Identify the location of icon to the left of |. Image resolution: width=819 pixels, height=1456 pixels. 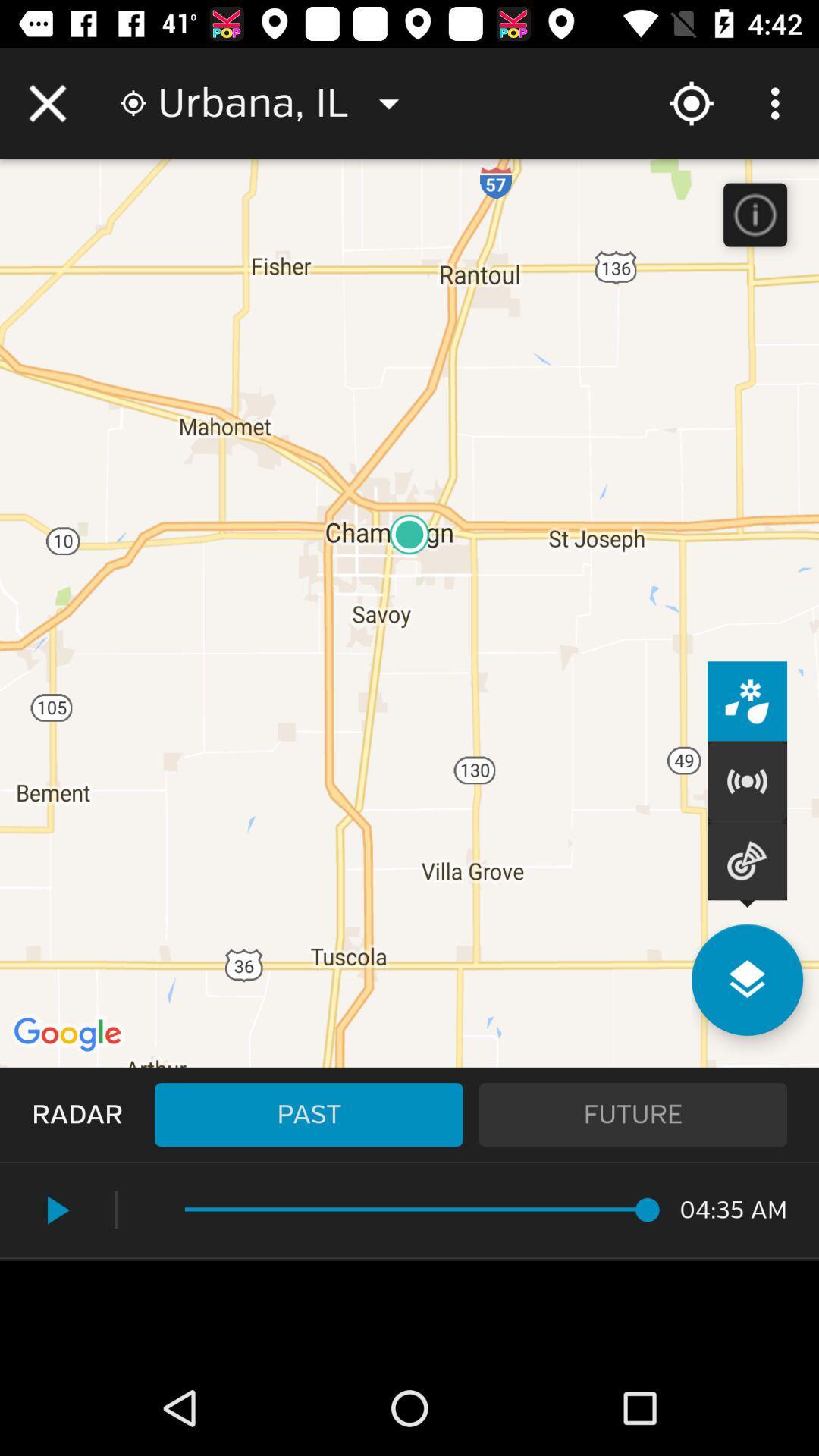
(55, 1210).